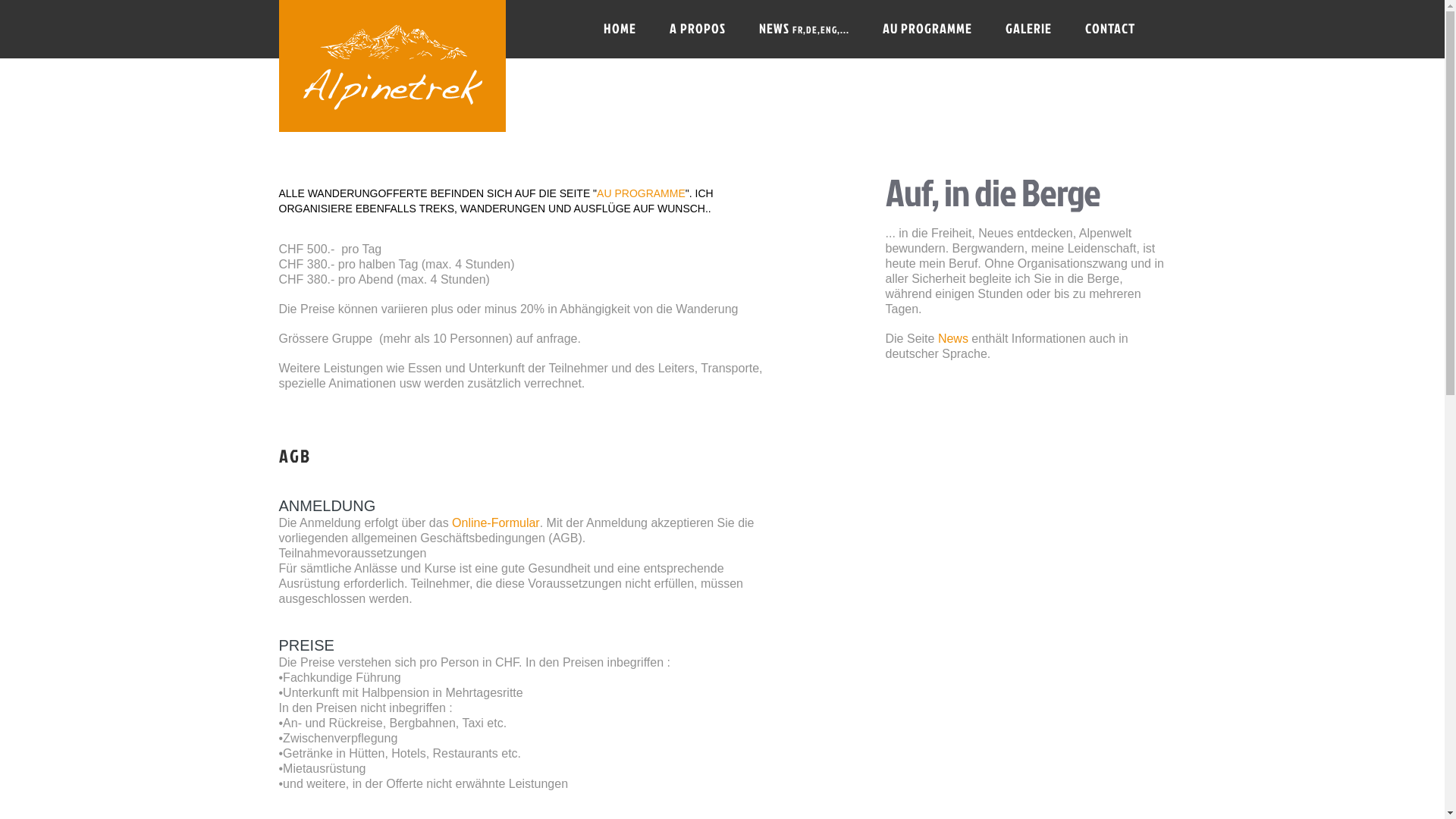 This screenshot has height=819, width=1456. I want to click on 'NEWS FR,DE,ENG,...', so click(745, 29).